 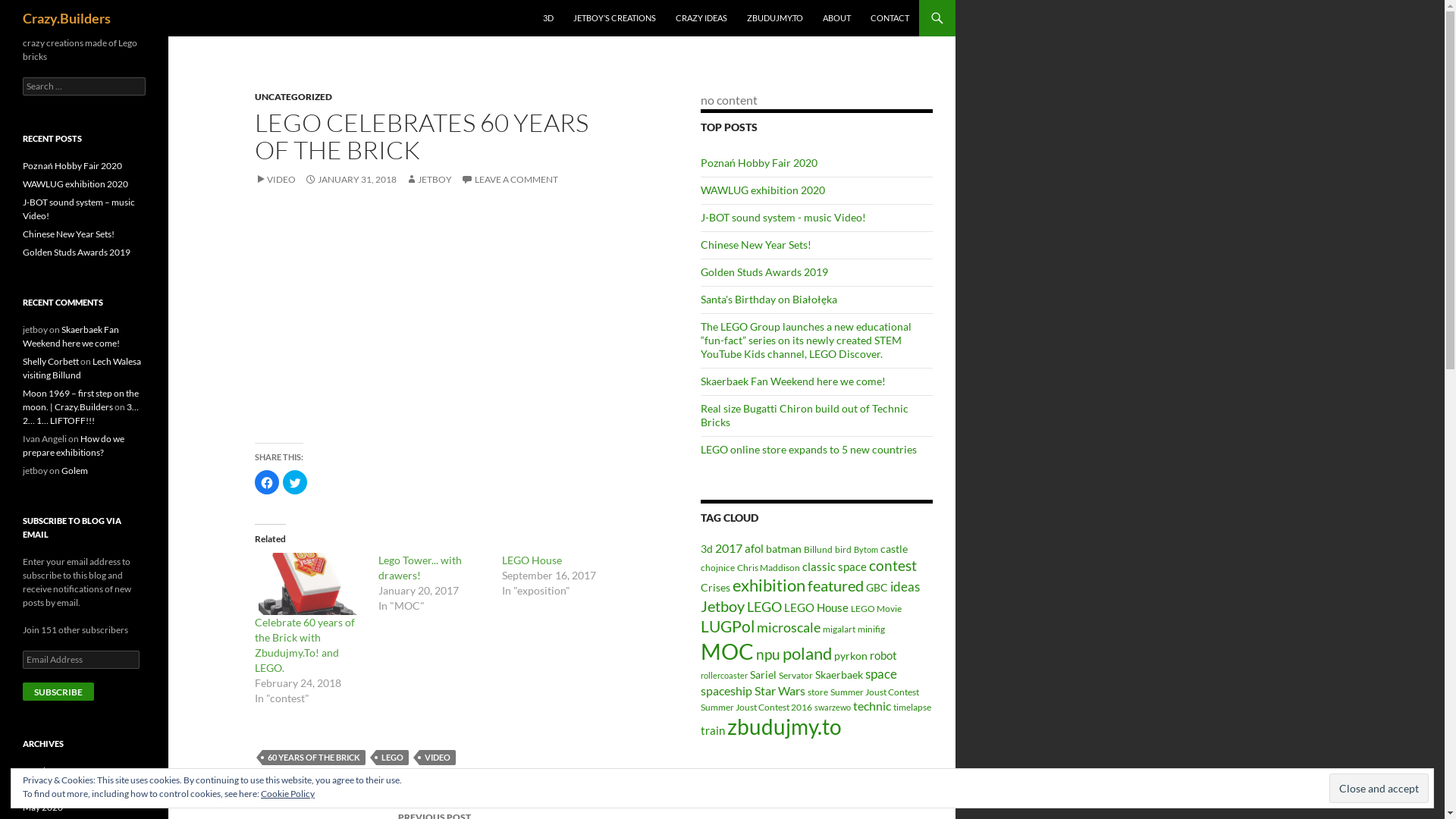 I want to click on 'Chris Maddison', so click(x=768, y=567).